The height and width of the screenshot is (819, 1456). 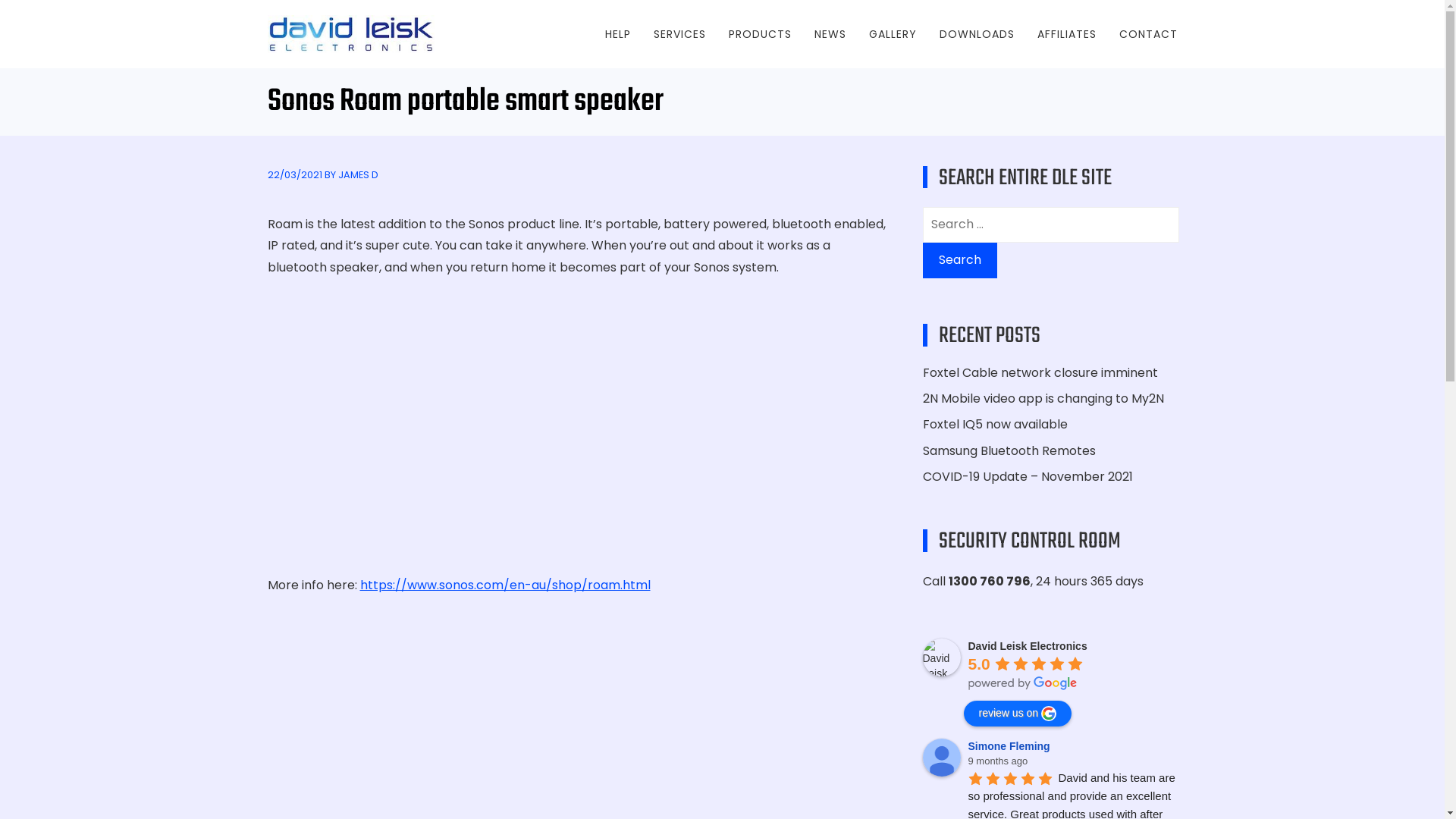 I want to click on 'Foxtel IQ5 now available', so click(x=994, y=424).